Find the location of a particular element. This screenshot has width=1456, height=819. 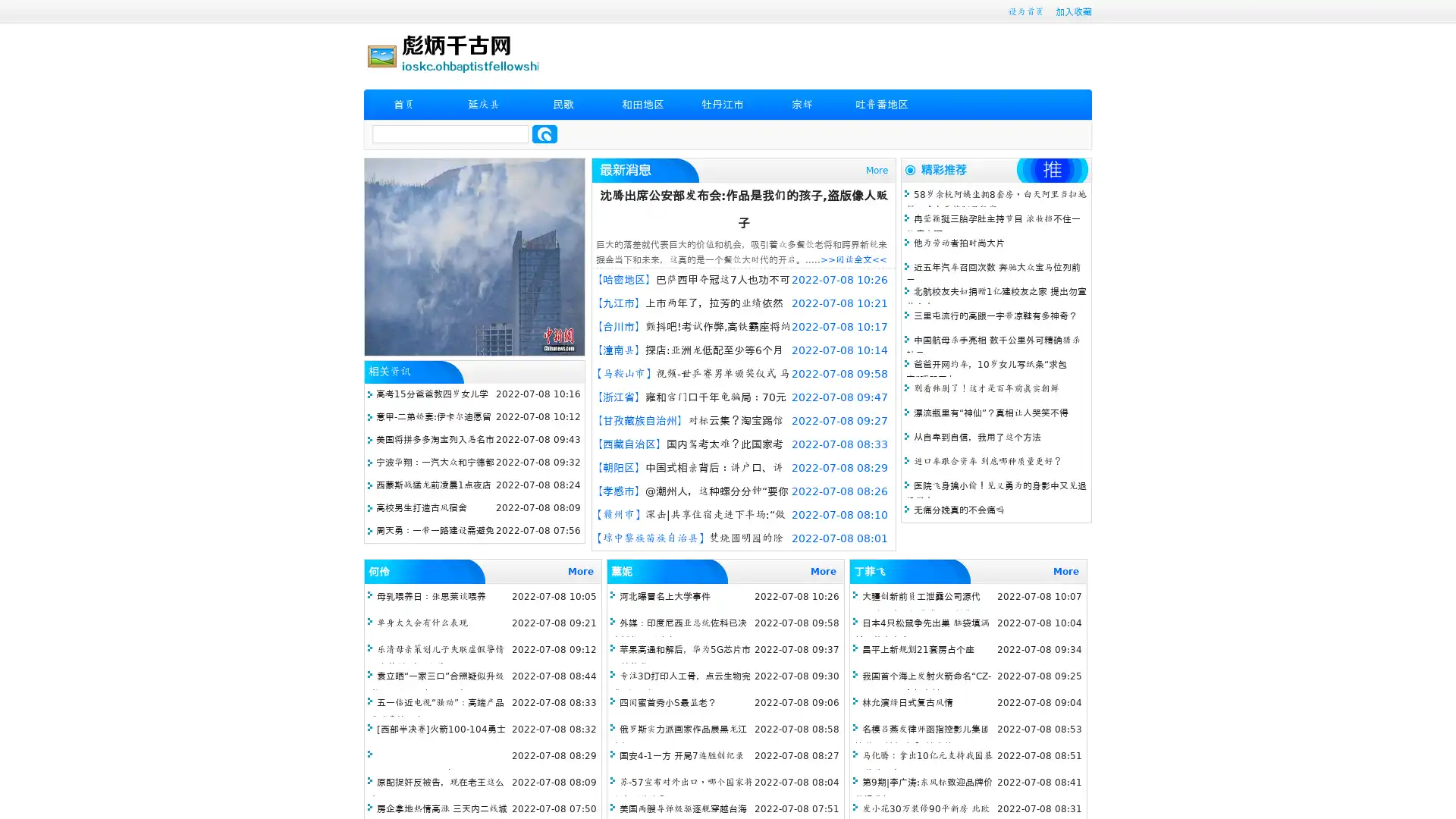

Search is located at coordinates (544, 133).